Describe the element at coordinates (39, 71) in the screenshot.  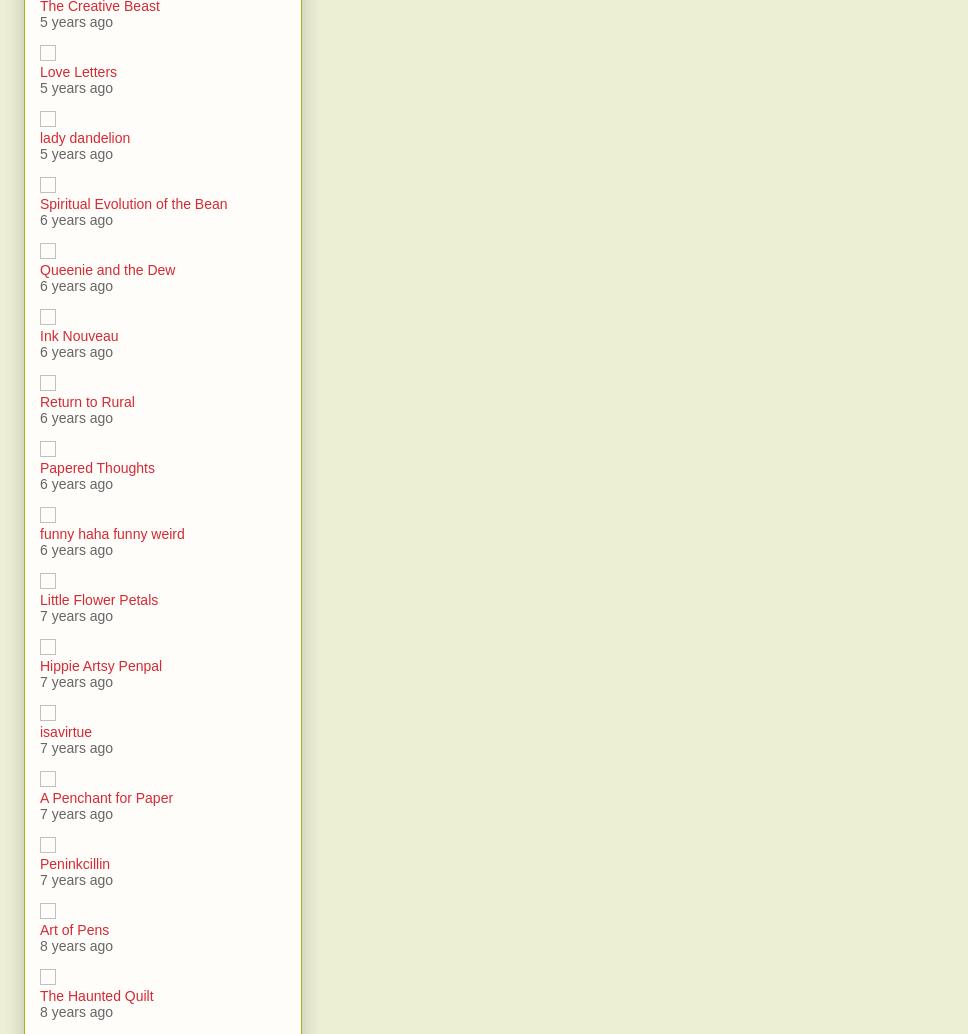
I see `'Love Letters'` at that location.